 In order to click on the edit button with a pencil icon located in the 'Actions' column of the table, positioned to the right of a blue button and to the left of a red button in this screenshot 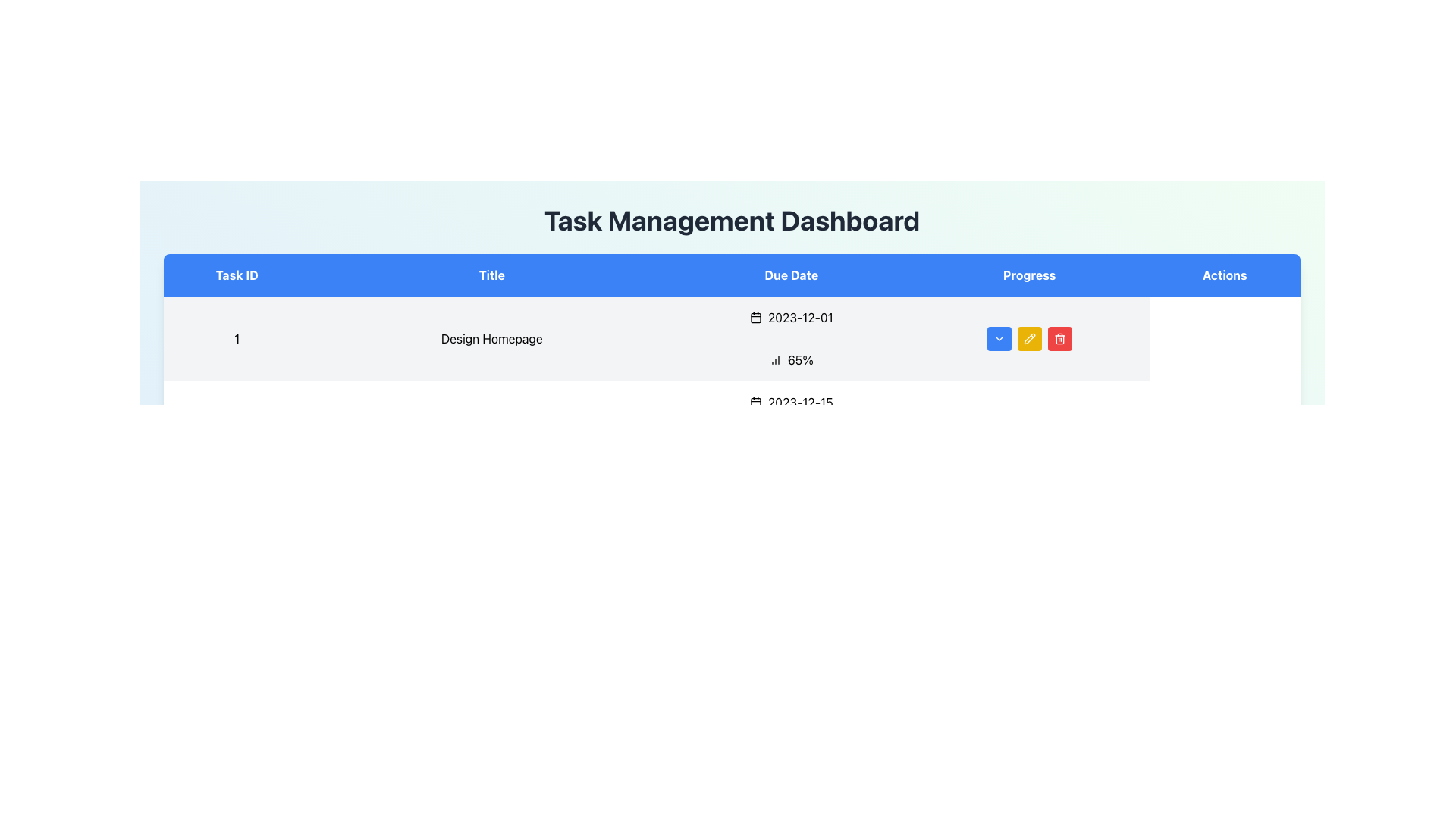, I will do `click(1029, 338)`.